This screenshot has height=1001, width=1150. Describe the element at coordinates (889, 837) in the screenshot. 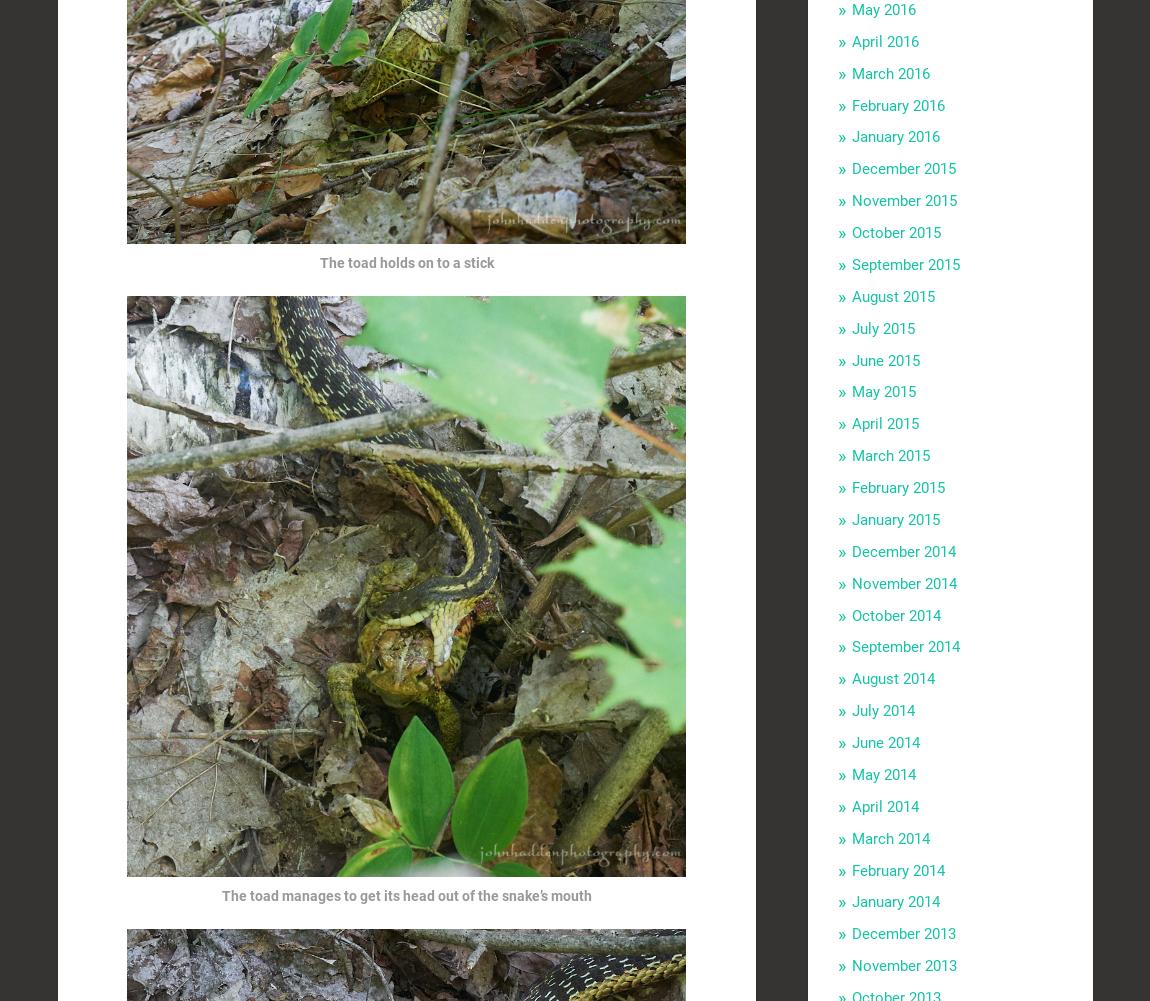

I see `'March 2014'` at that location.